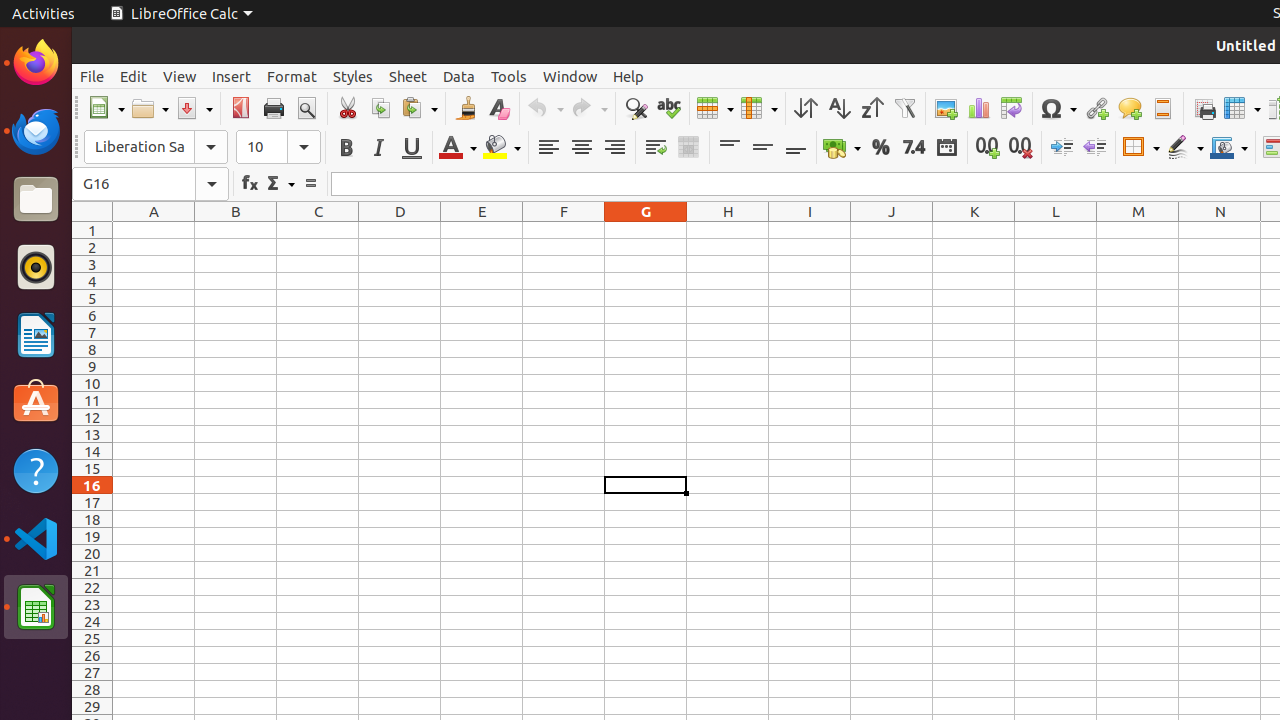 Image resolution: width=1280 pixels, height=720 pixels. What do you see at coordinates (456, 146) in the screenshot?
I see `'Font Color'` at bounding box center [456, 146].